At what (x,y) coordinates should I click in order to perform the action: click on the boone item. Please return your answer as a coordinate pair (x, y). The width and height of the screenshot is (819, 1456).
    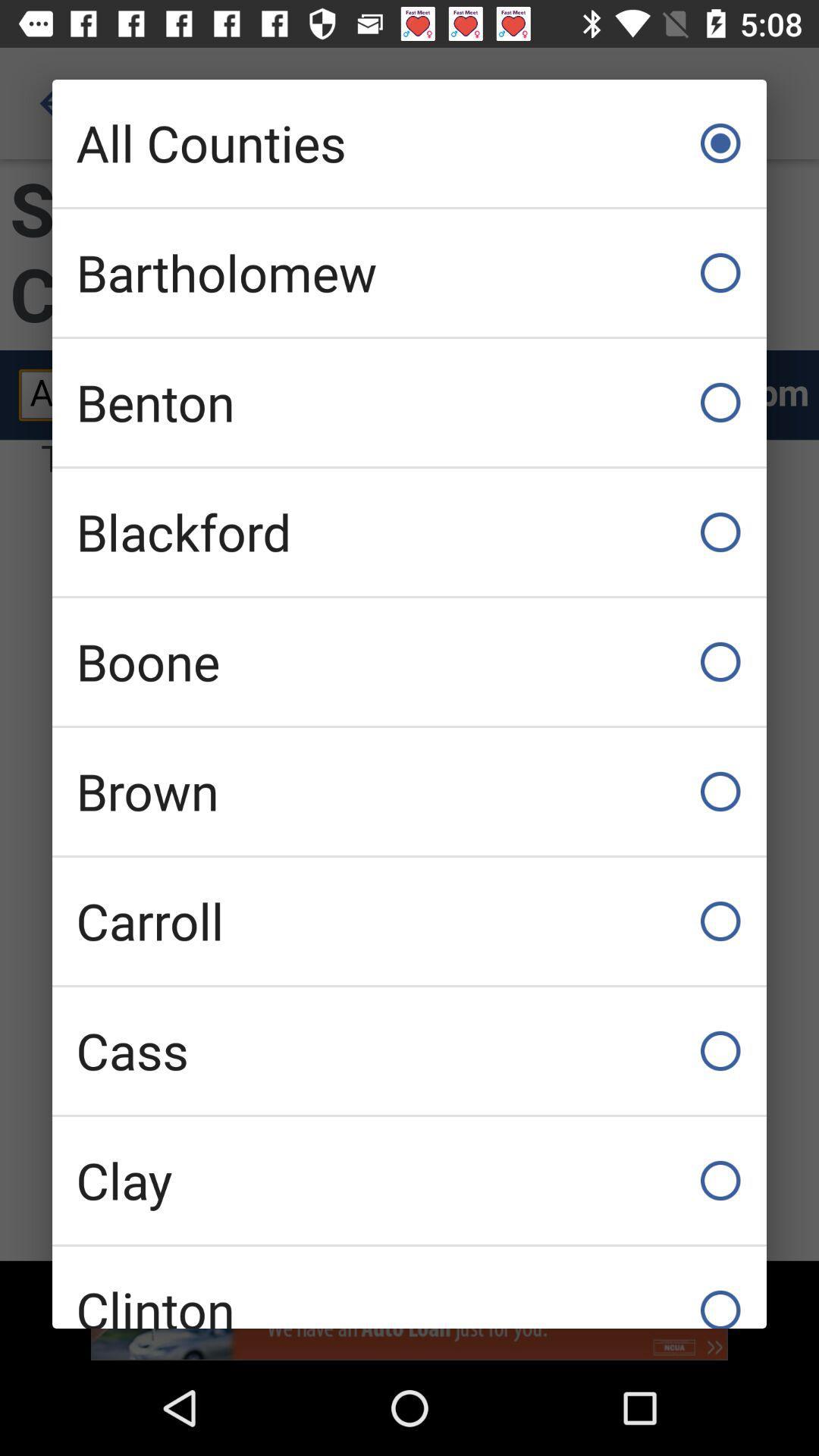
    Looking at the image, I should click on (409, 662).